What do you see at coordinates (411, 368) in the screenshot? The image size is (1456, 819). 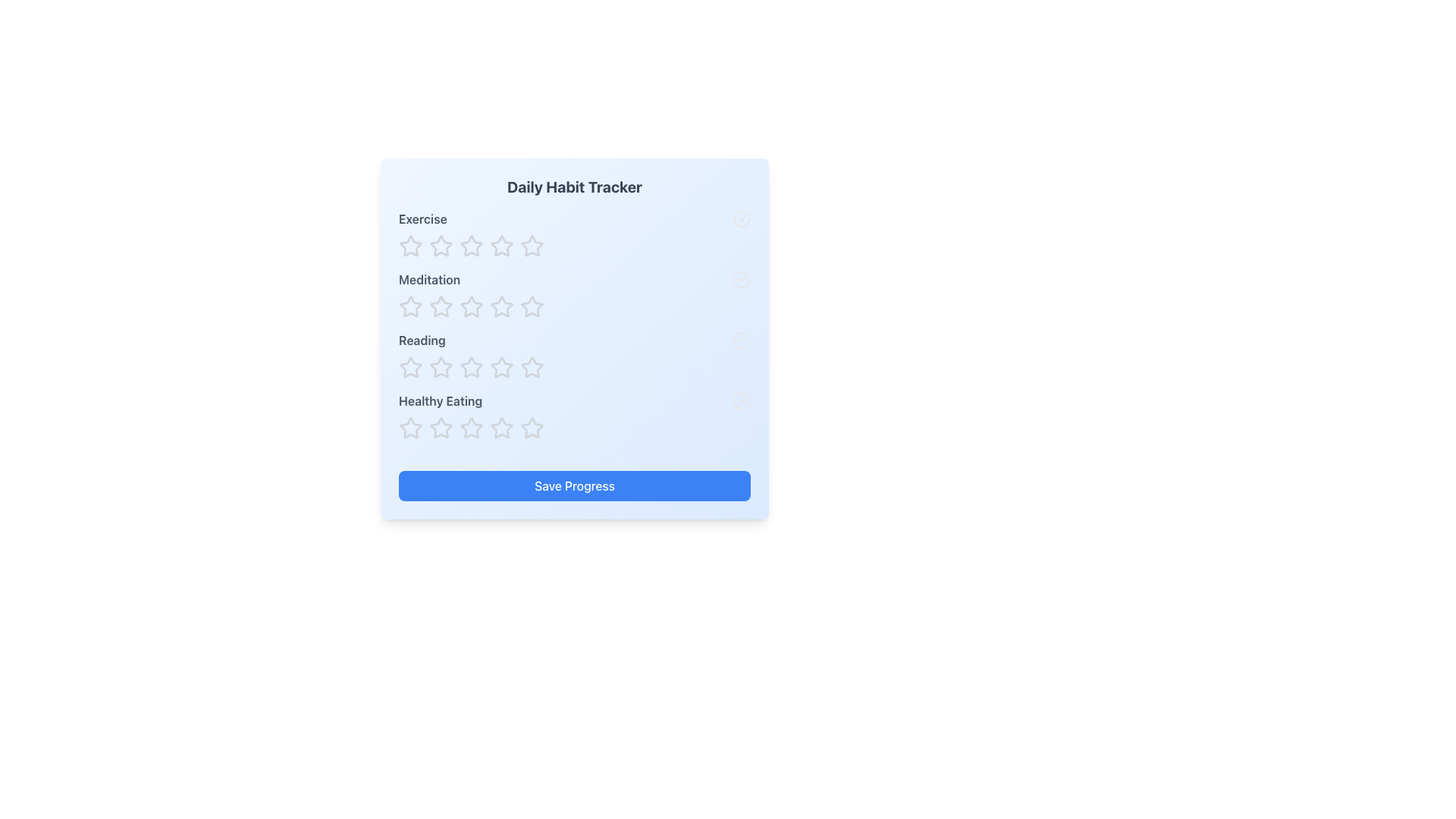 I see `the first hollow star icon in the rating system under the 'Reading' label to set a score` at bounding box center [411, 368].